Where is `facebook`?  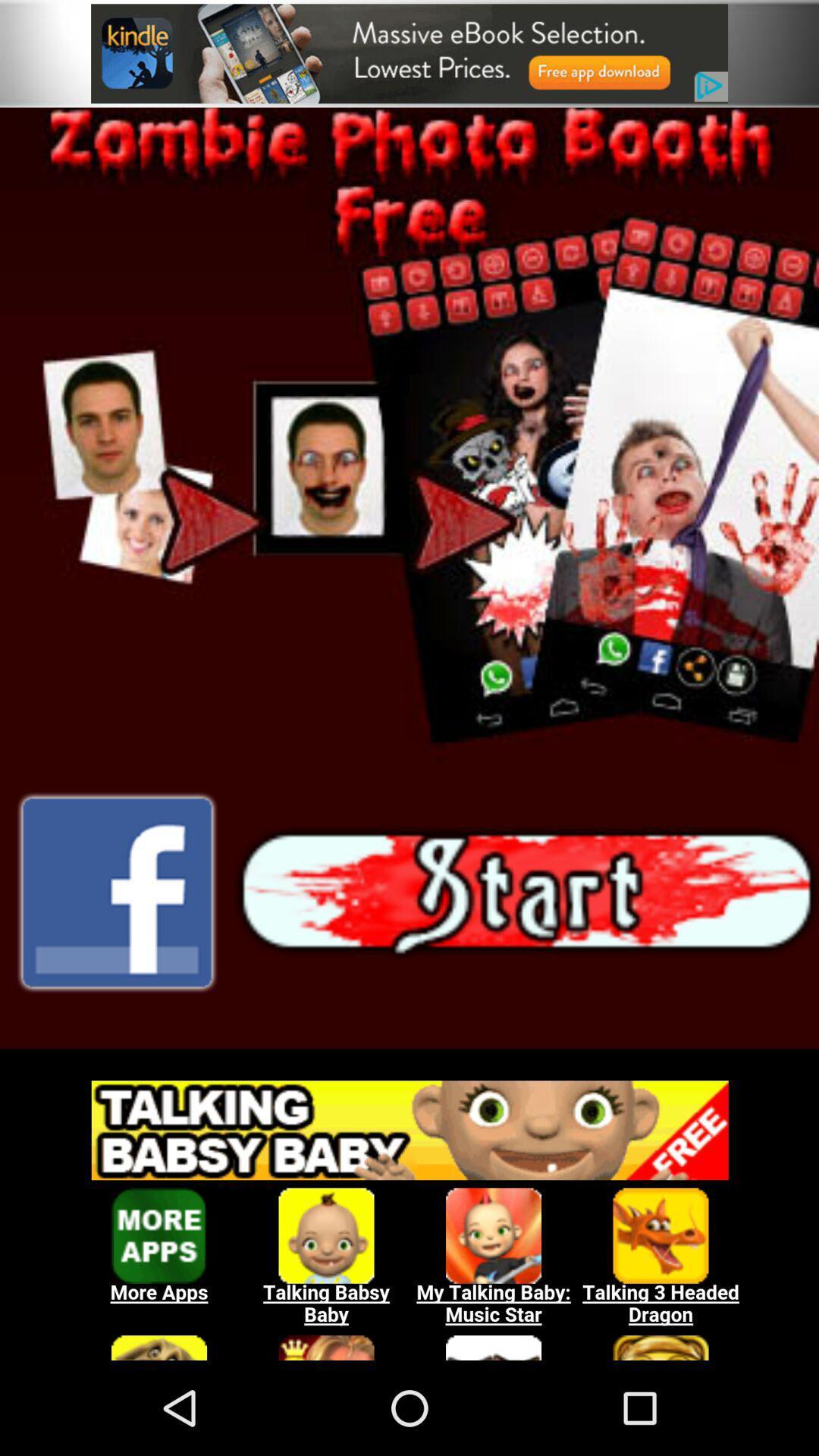 facebook is located at coordinates (116, 893).